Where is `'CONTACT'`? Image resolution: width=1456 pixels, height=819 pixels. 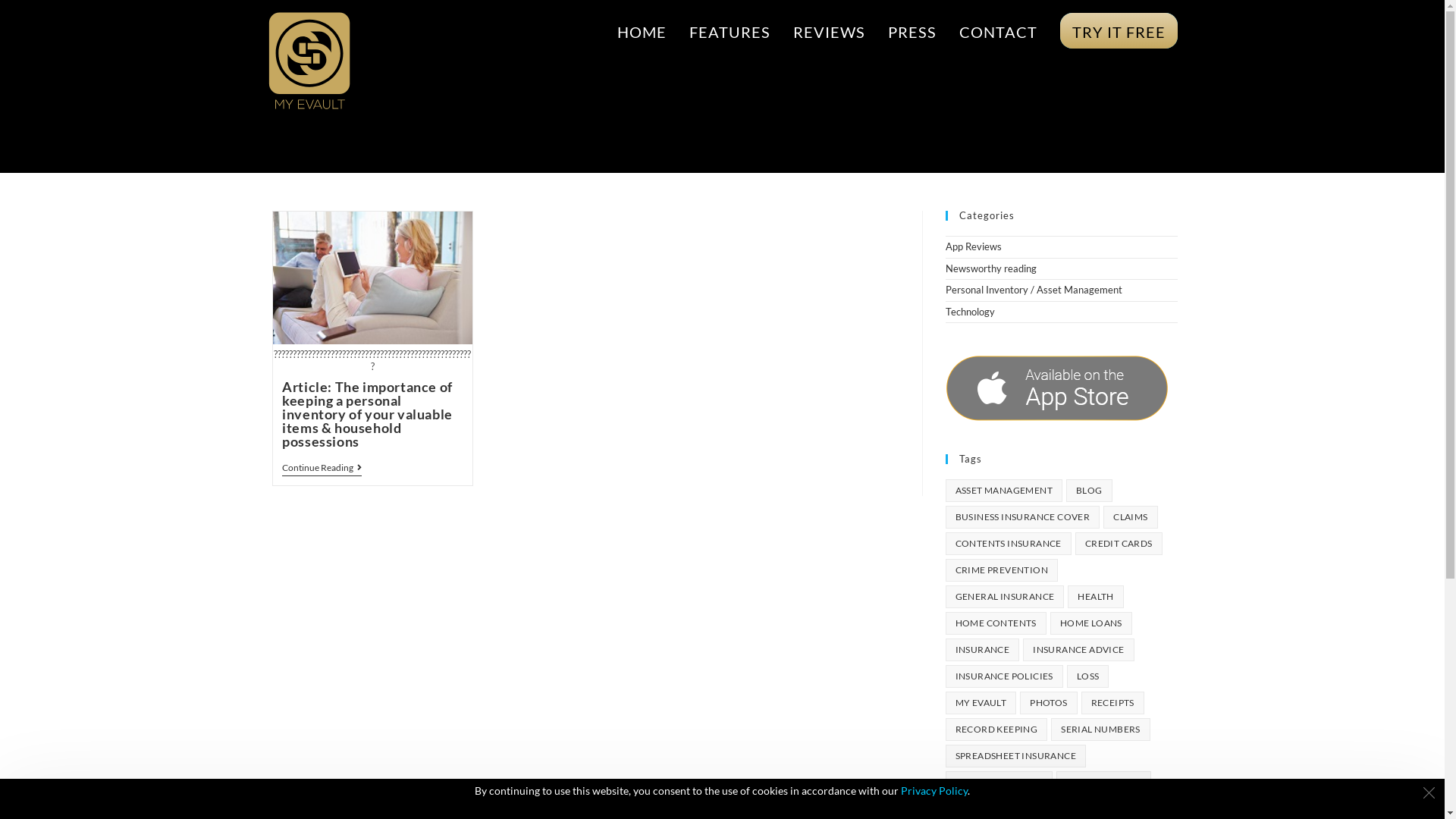
'CONTACT' is located at coordinates (998, 32).